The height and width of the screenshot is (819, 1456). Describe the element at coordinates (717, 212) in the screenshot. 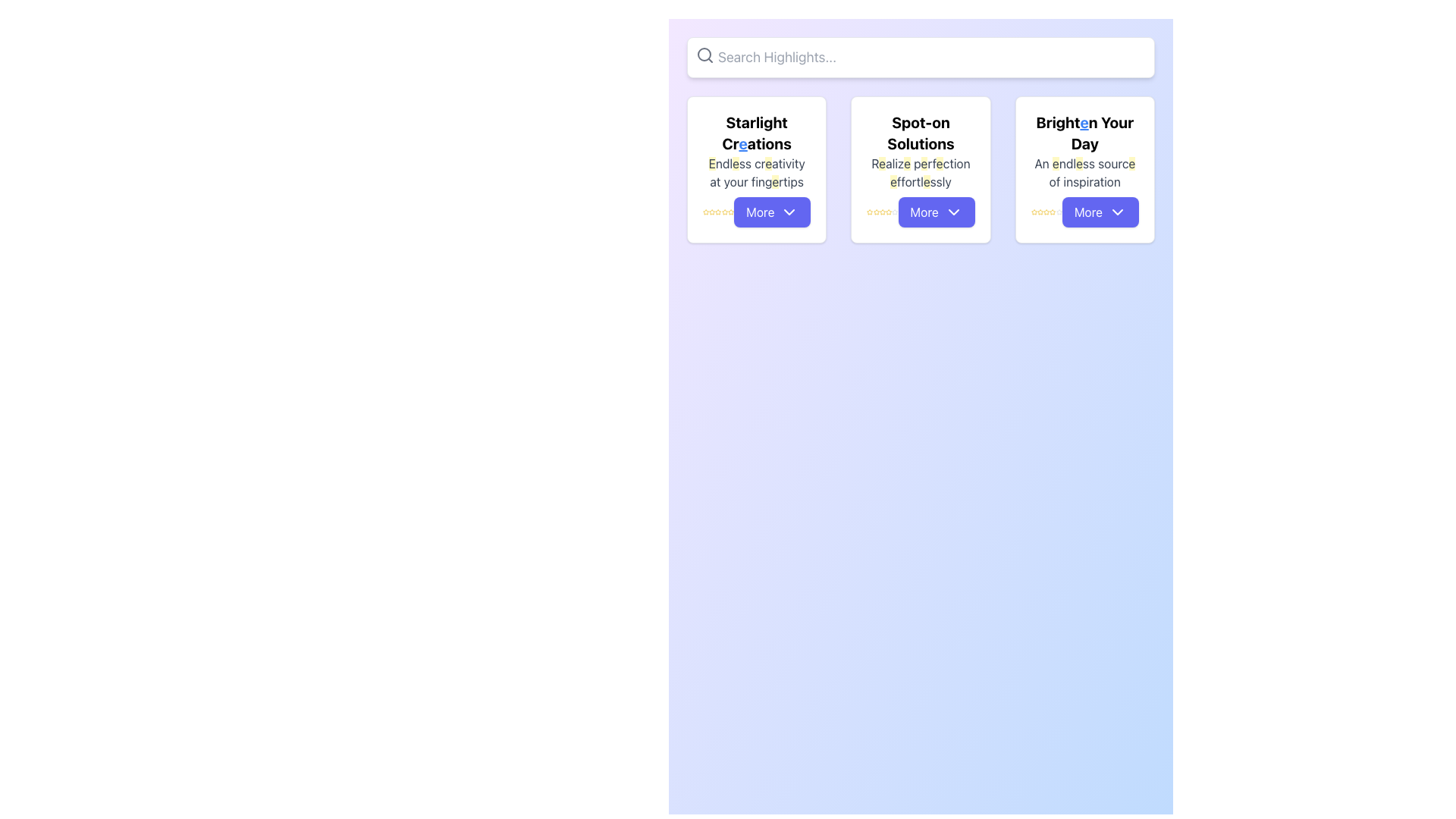

I see `the fifth star icon representing ratings under 'Starlight Creations' in the first card from the left` at that location.